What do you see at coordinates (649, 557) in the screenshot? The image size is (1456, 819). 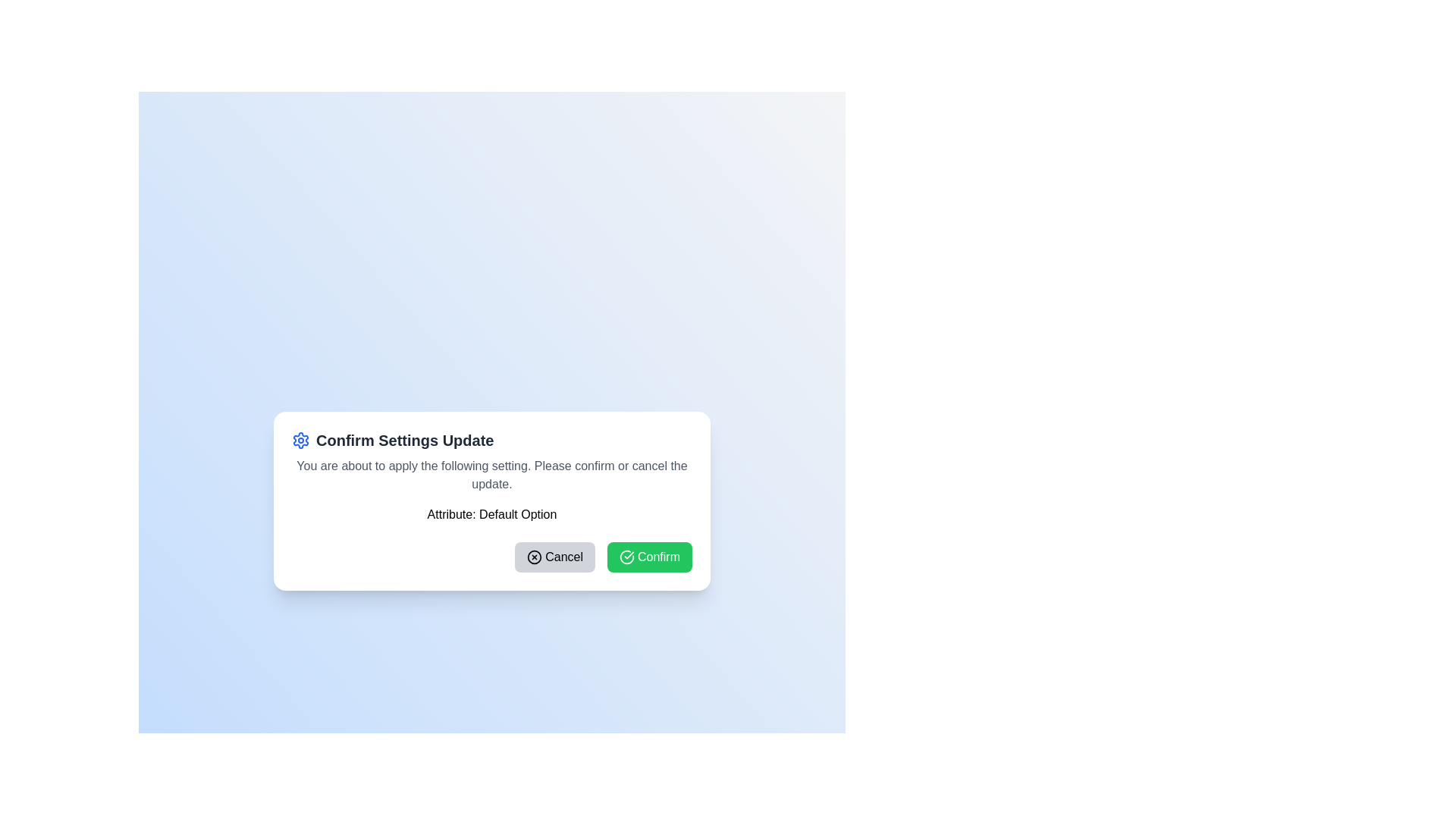 I see `the confirmation button positioned to the right of the gray 'Cancel' button in the bottom section of the confirmation dialog box to confirm the action` at bounding box center [649, 557].